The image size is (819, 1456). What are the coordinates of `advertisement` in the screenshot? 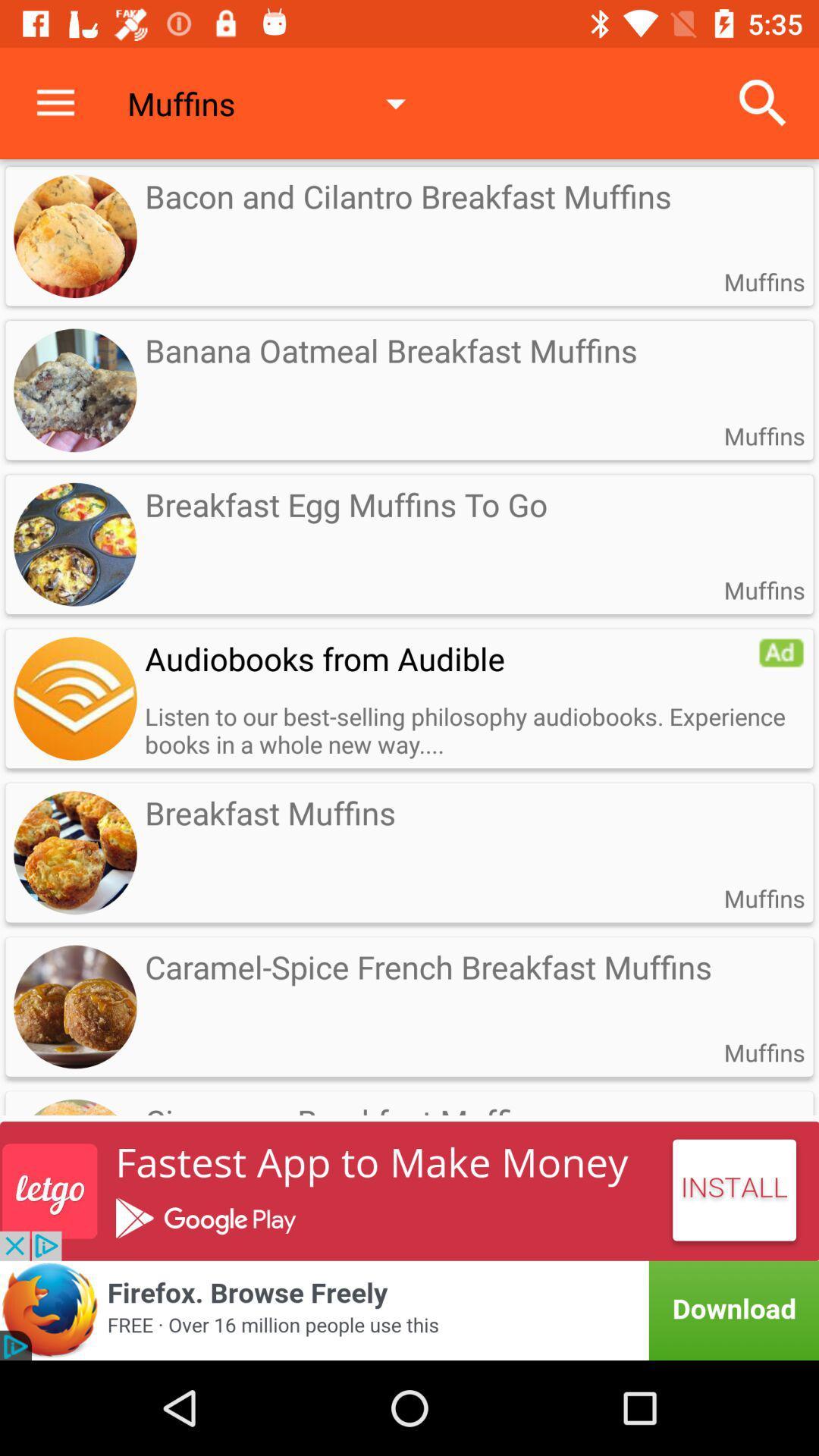 It's located at (75, 698).